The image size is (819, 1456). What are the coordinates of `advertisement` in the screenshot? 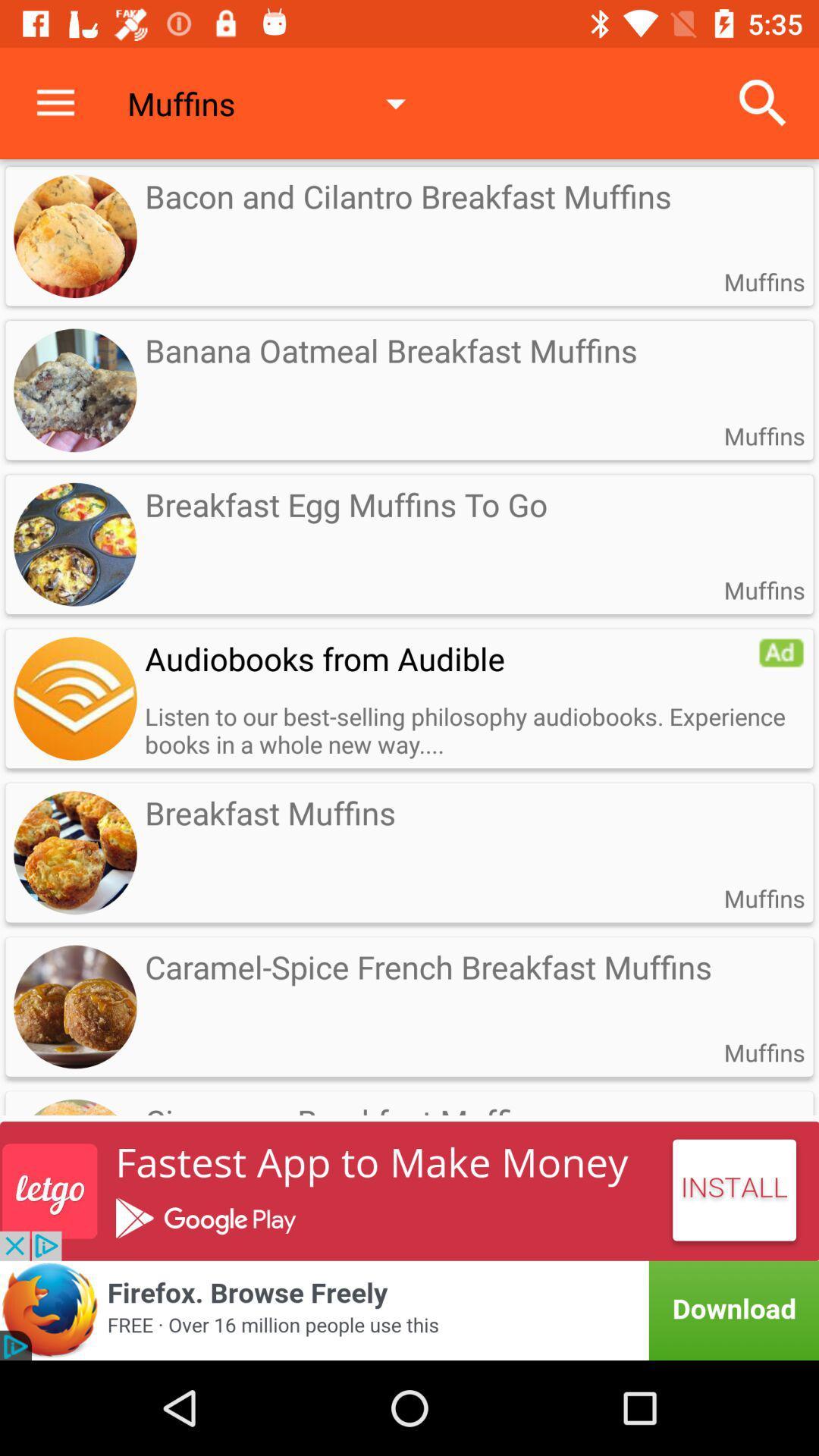 It's located at (75, 698).